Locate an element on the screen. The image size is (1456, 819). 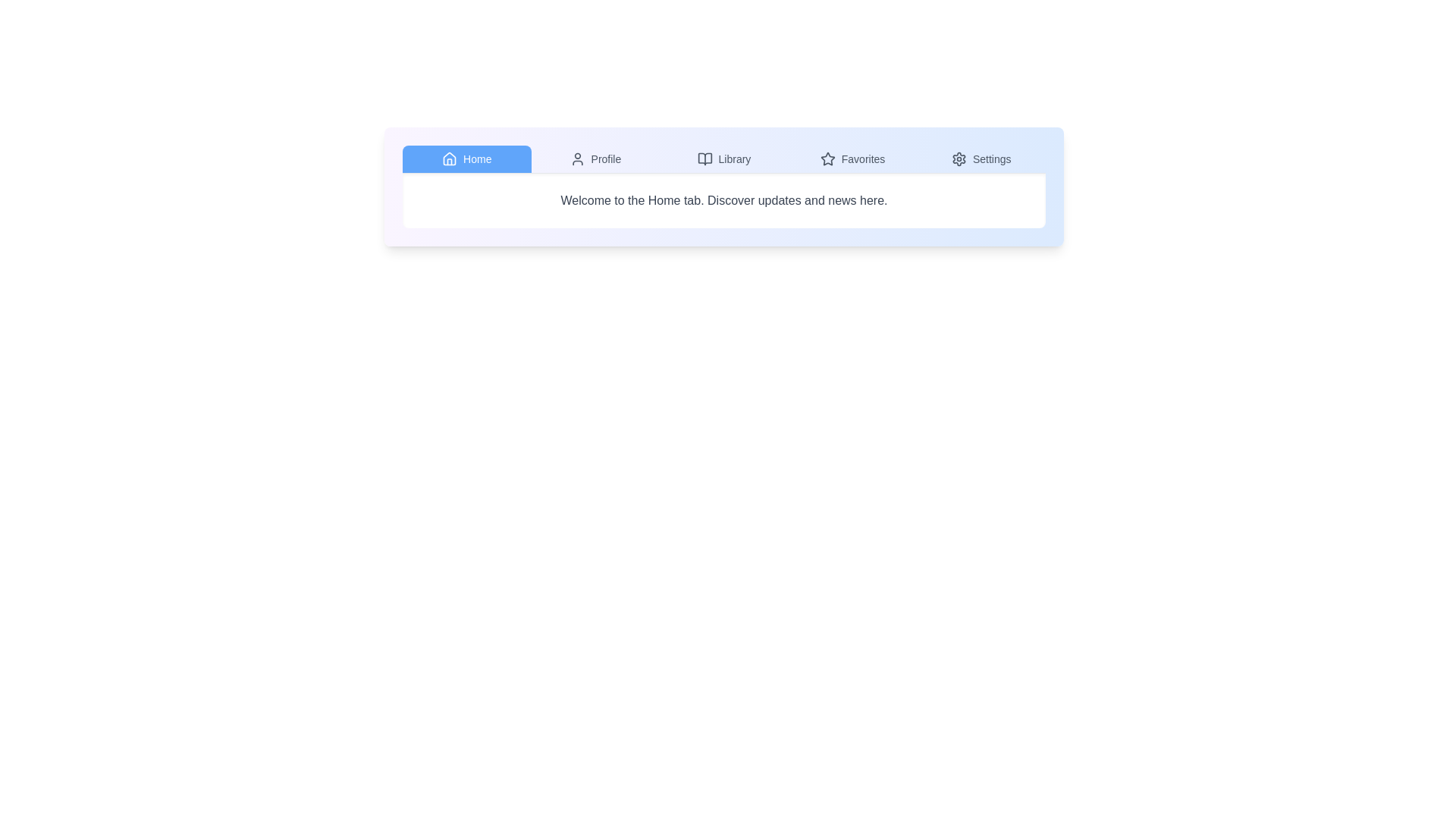
the settings text label located in the top navigation bar, immediately to the right of the settings gear icon is located at coordinates (992, 158).